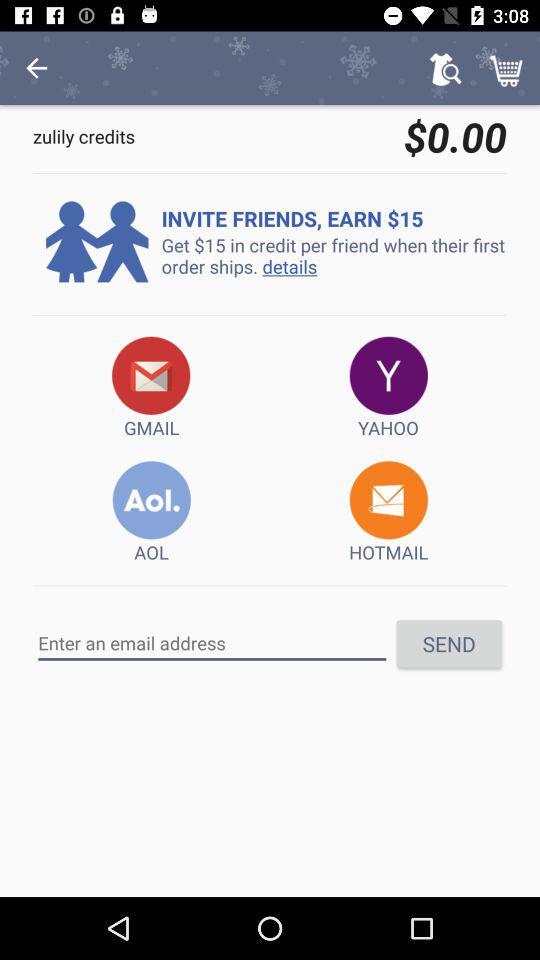 Image resolution: width=540 pixels, height=960 pixels. What do you see at coordinates (36, 68) in the screenshot?
I see `icon next to $0.00` at bounding box center [36, 68].